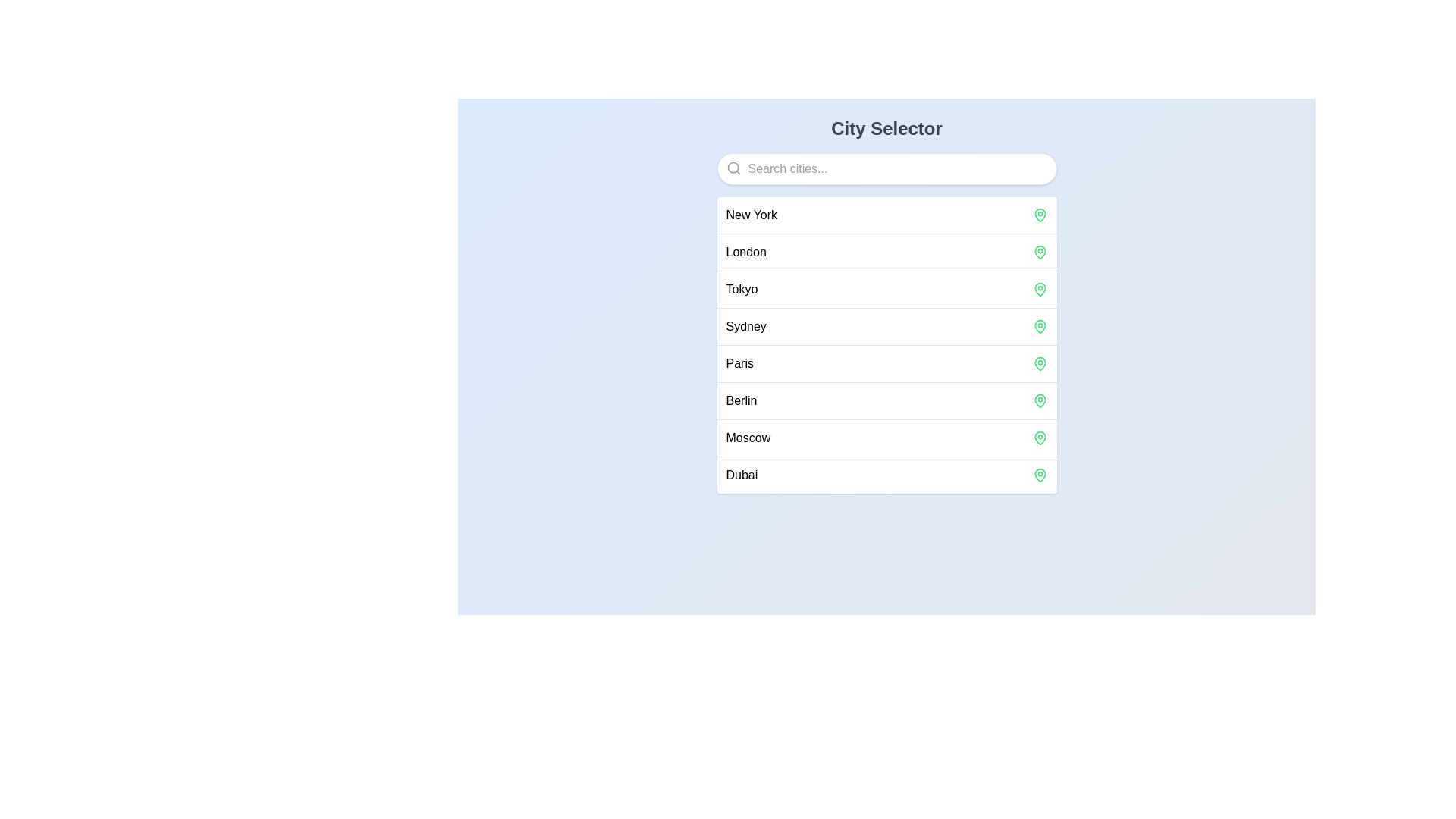  I want to click on the text label reading 'Berlin', so click(741, 400).